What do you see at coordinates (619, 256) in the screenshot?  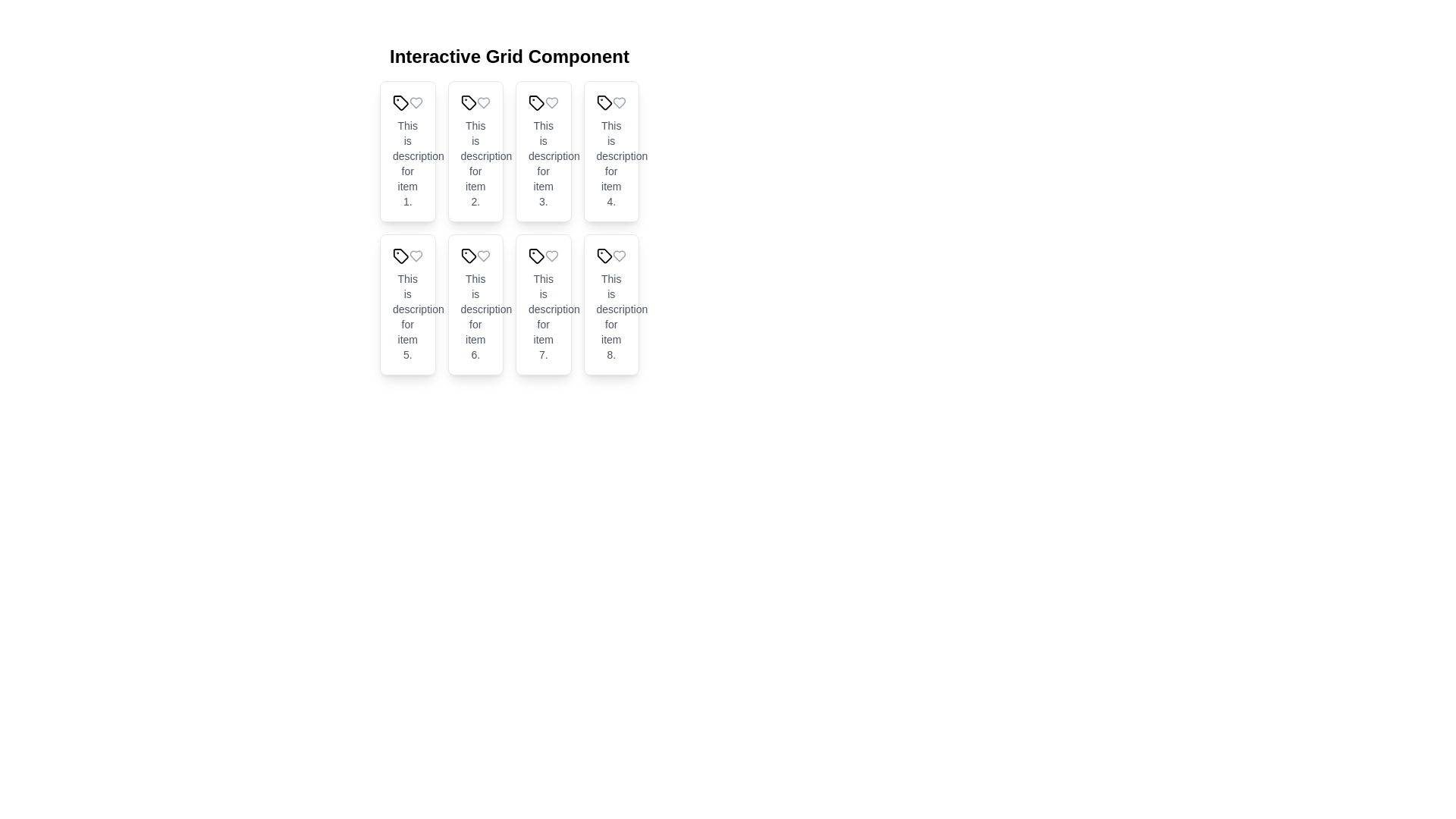 I see `the heart-shaped icon located in the upper-right corner of the card labeled 'Tile 8'` at bounding box center [619, 256].